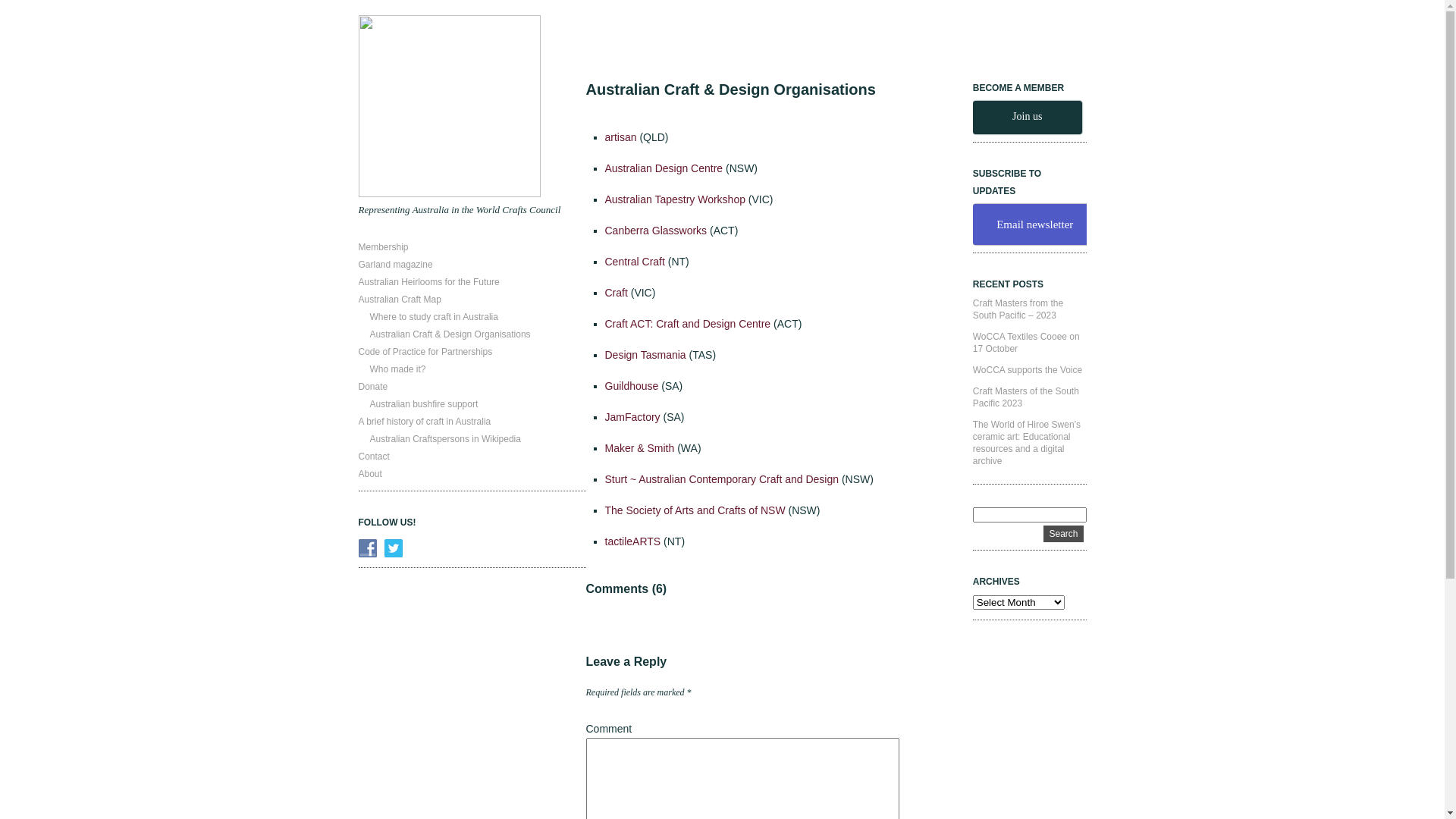 This screenshot has height=819, width=1456. What do you see at coordinates (369, 472) in the screenshot?
I see `'About'` at bounding box center [369, 472].